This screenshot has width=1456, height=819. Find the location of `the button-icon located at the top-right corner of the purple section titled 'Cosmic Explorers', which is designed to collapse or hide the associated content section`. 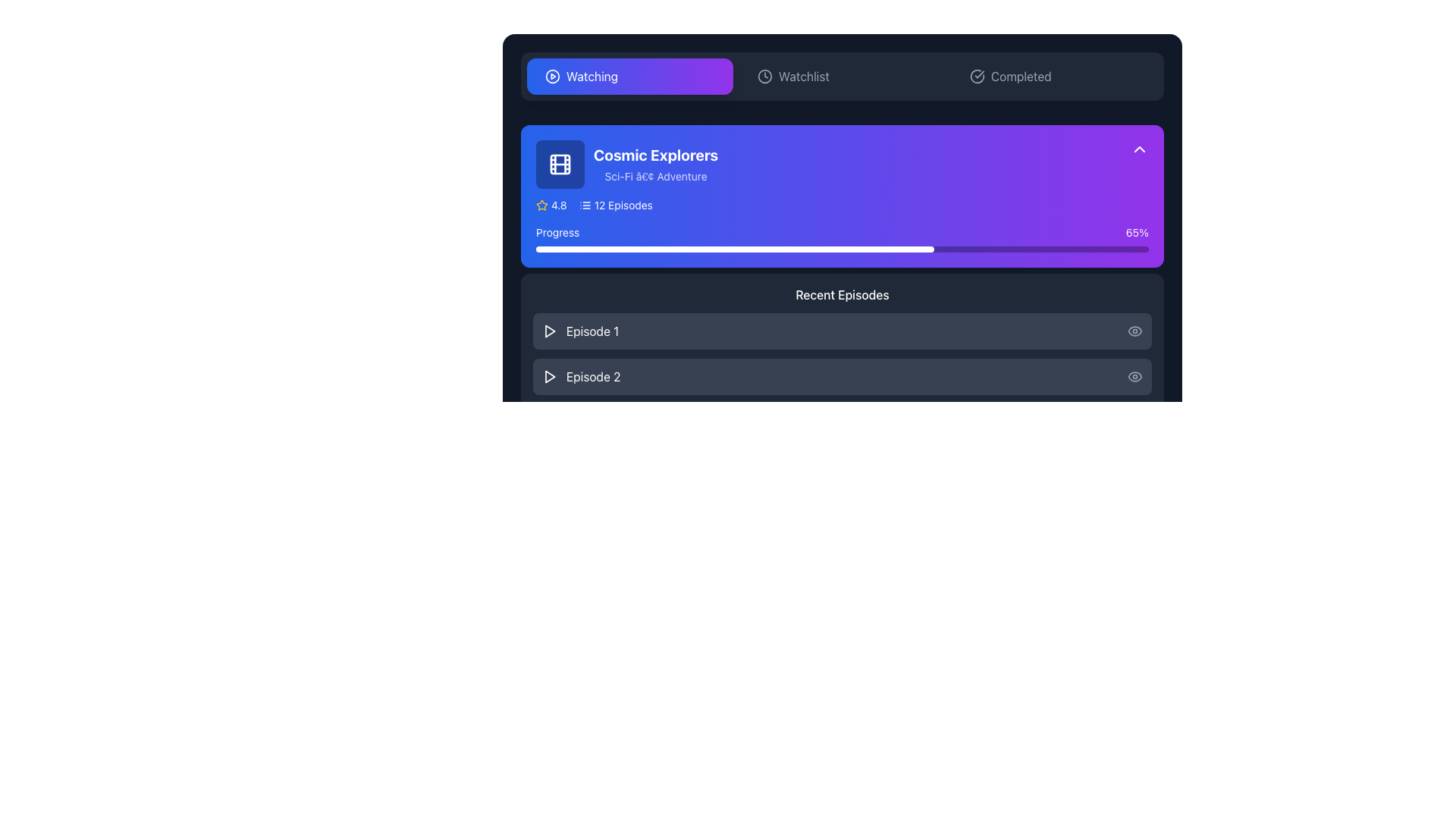

the button-icon located at the top-right corner of the purple section titled 'Cosmic Explorers', which is designed to collapse or hide the associated content section is located at coordinates (1139, 149).